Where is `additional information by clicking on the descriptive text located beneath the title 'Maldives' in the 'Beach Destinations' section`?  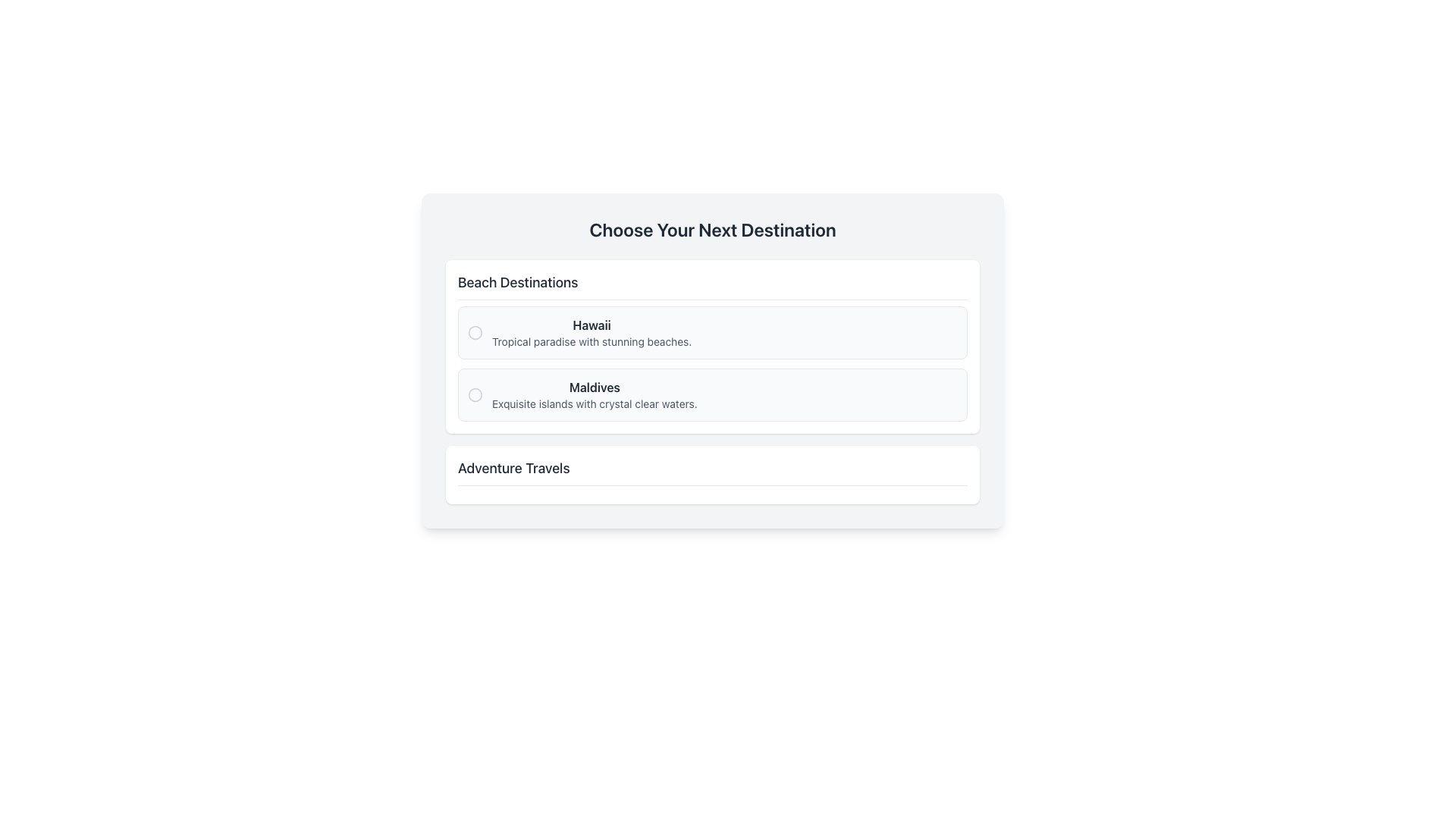 additional information by clicking on the descriptive text located beneath the title 'Maldives' in the 'Beach Destinations' section is located at coordinates (594, 403).